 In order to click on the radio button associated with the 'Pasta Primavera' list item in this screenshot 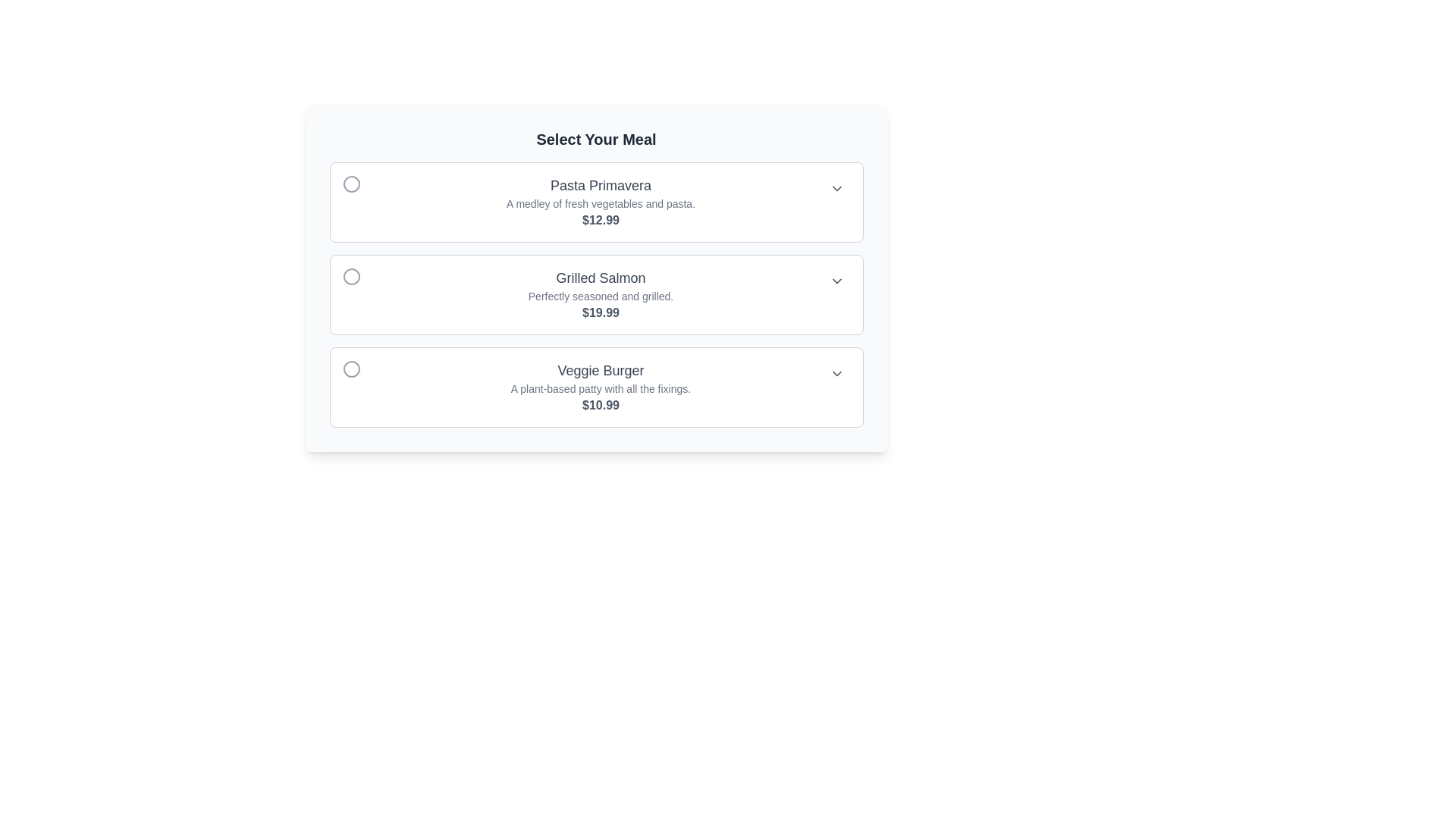, I will do `click(350, 184)`.